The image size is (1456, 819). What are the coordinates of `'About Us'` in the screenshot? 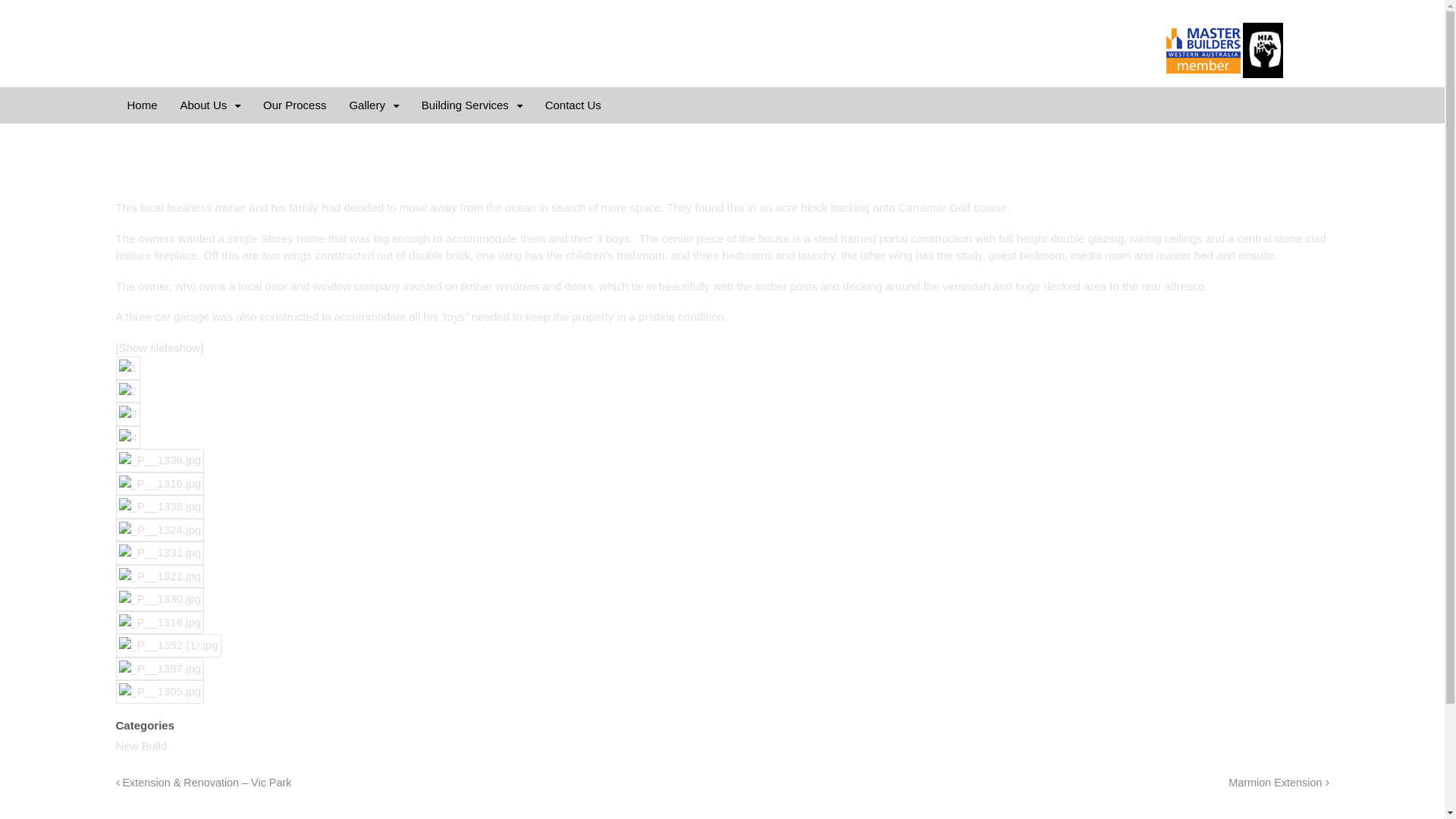 It's located at (210, 104).